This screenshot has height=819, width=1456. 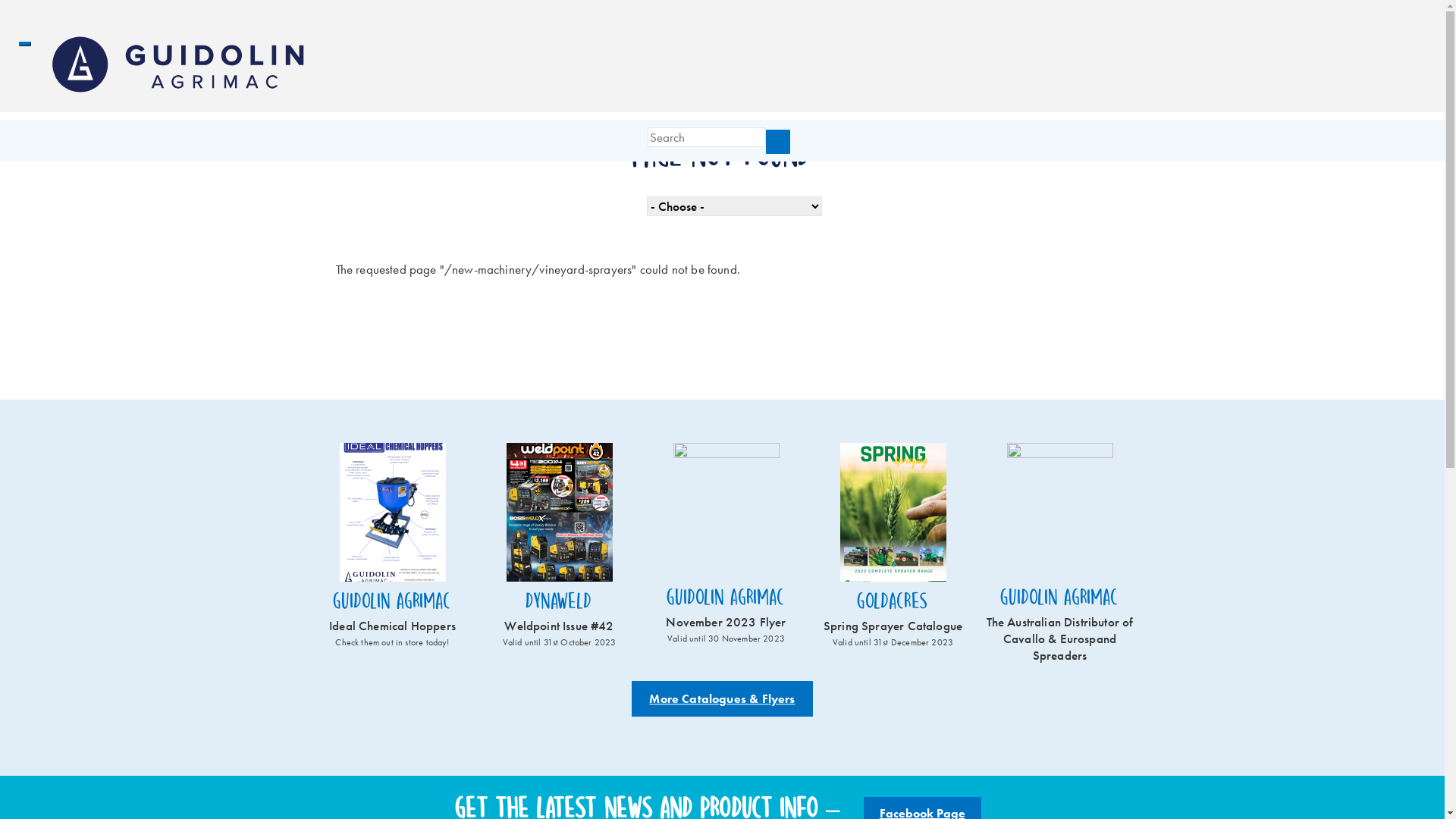 I want to click on 'Home', so click(x=182, y=63).